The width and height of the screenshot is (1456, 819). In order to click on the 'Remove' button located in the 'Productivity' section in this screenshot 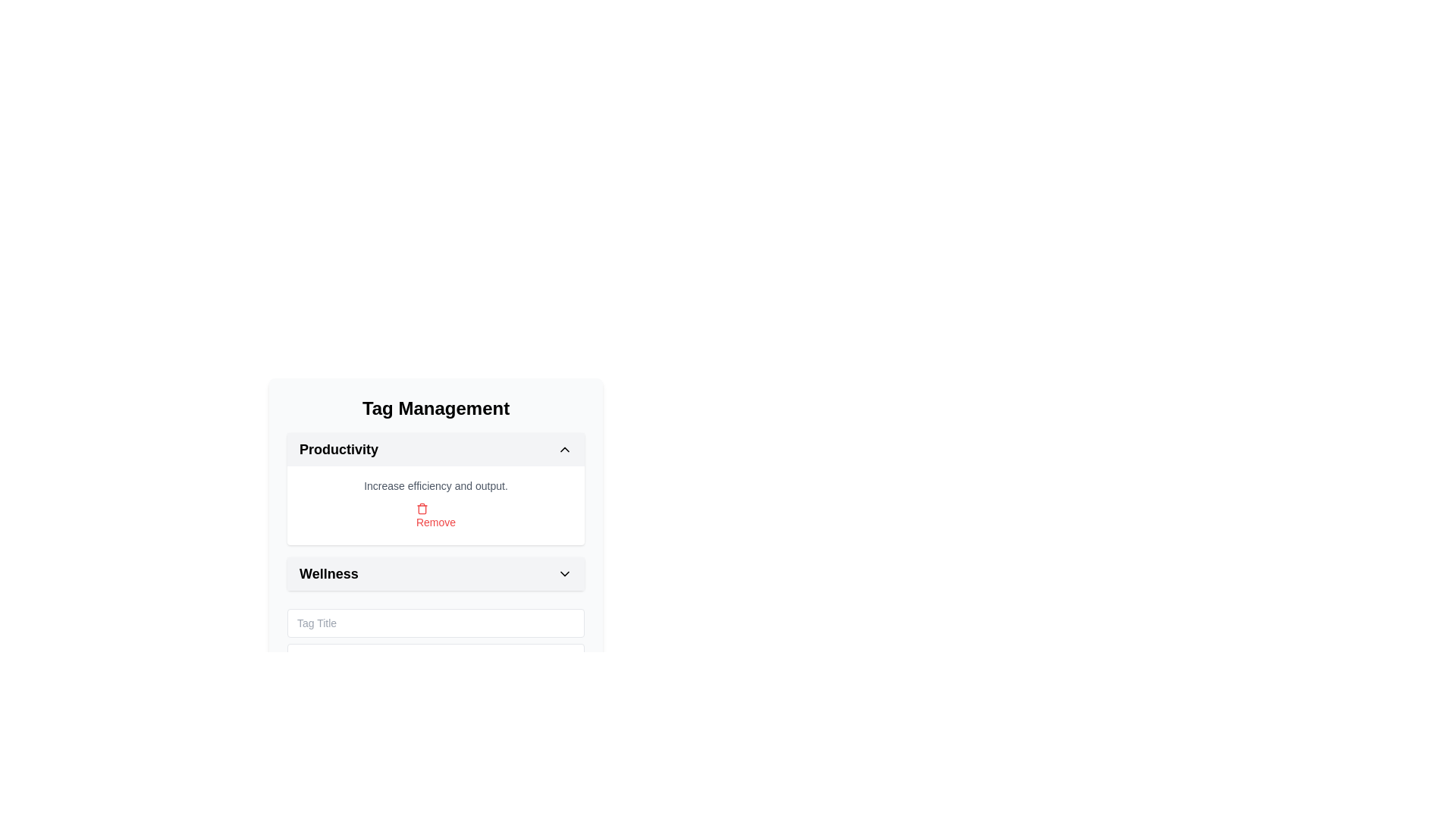, I will do `click(435, 506)`.